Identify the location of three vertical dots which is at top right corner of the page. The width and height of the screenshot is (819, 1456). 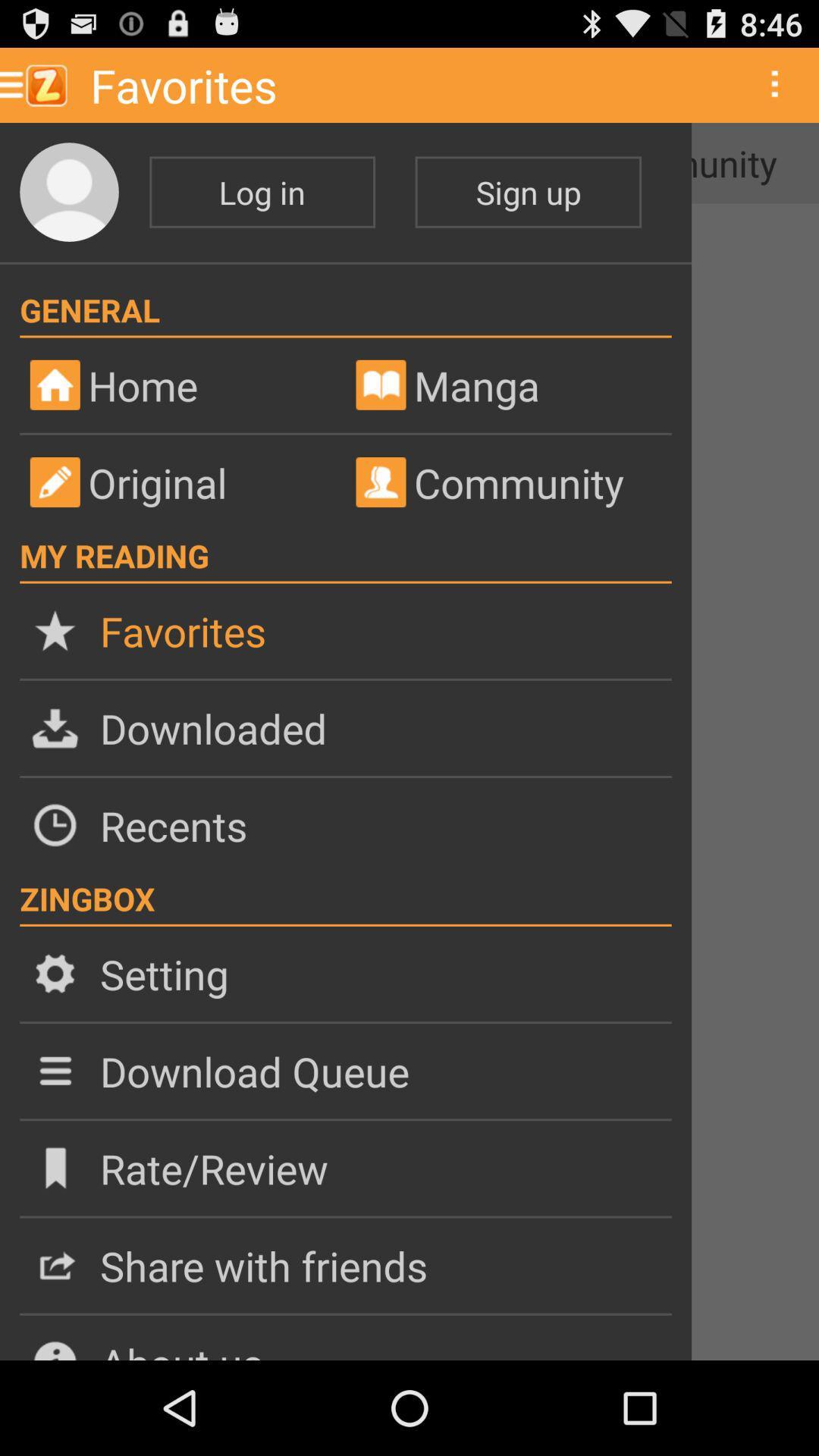
(773, 85).